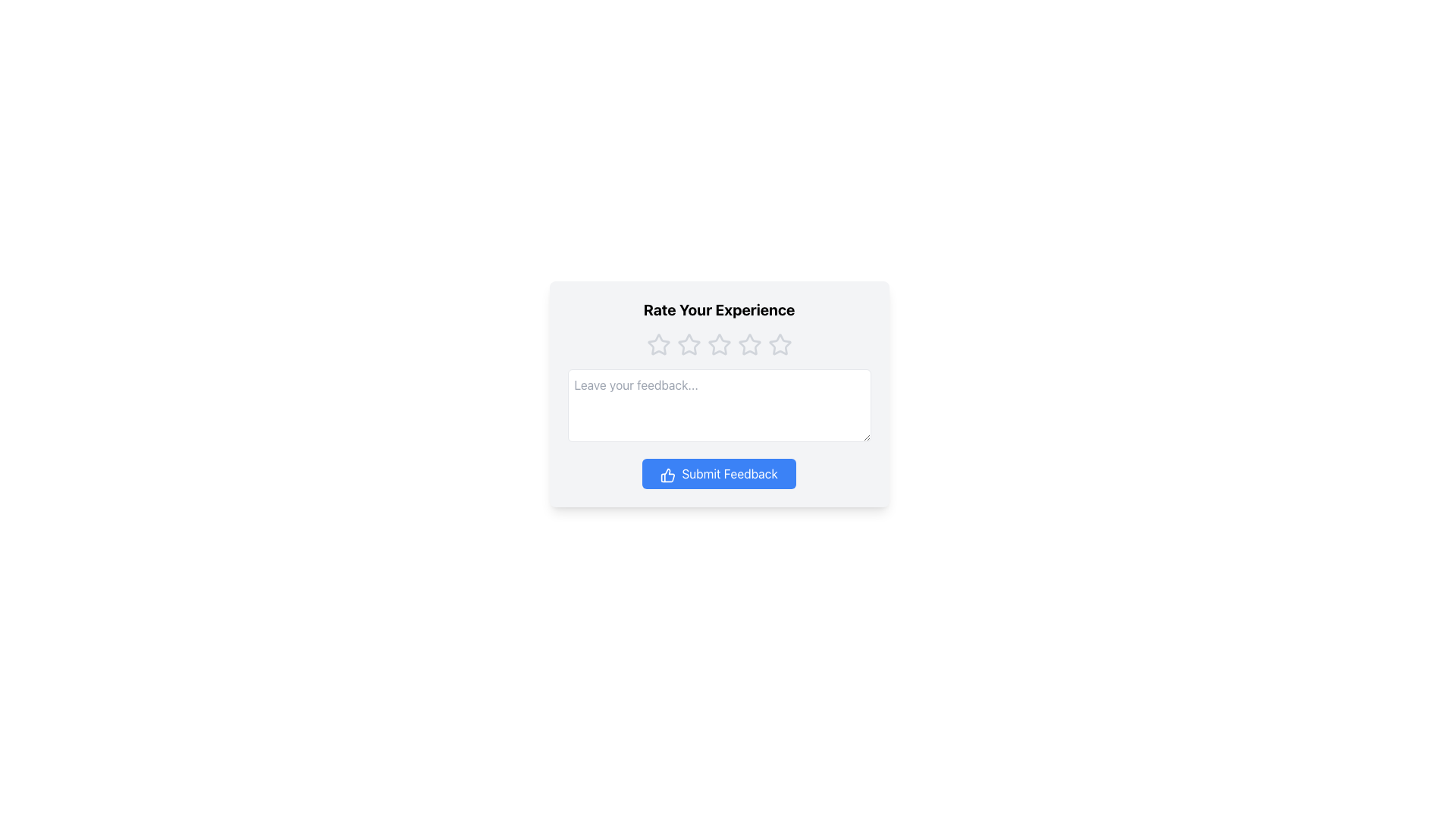 The image size is (1456, 819). What do you see at coordinates (658, 345) in the screenshot?
I see `the first star icon used for rating, which is located below the title 'Rate Your Experience', to trigger a tooltip or visual feedback` at bounding box center [658, 345].